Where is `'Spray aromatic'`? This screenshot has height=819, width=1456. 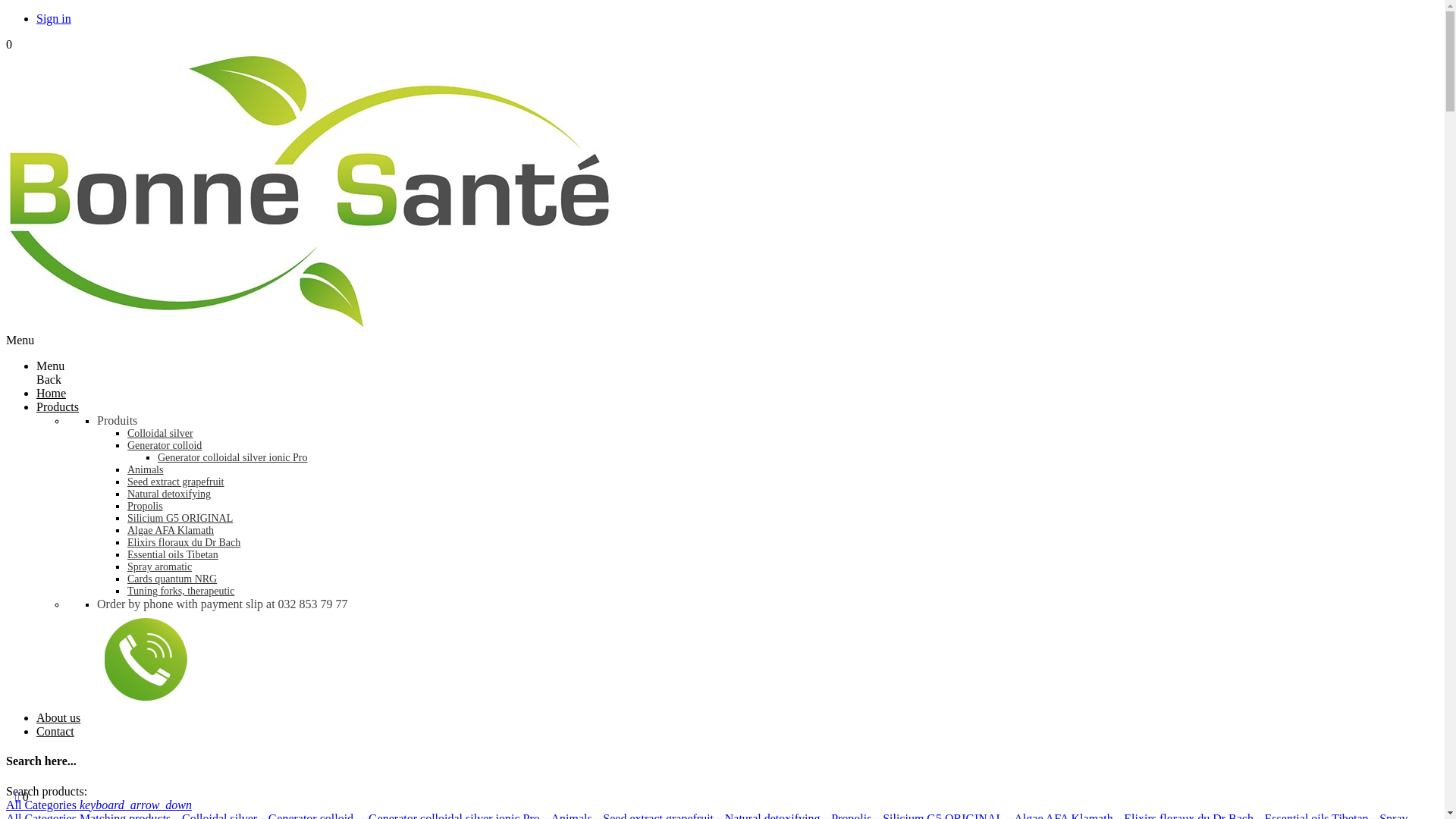
'Spray aromatic' is located at coordinates (159, 566).